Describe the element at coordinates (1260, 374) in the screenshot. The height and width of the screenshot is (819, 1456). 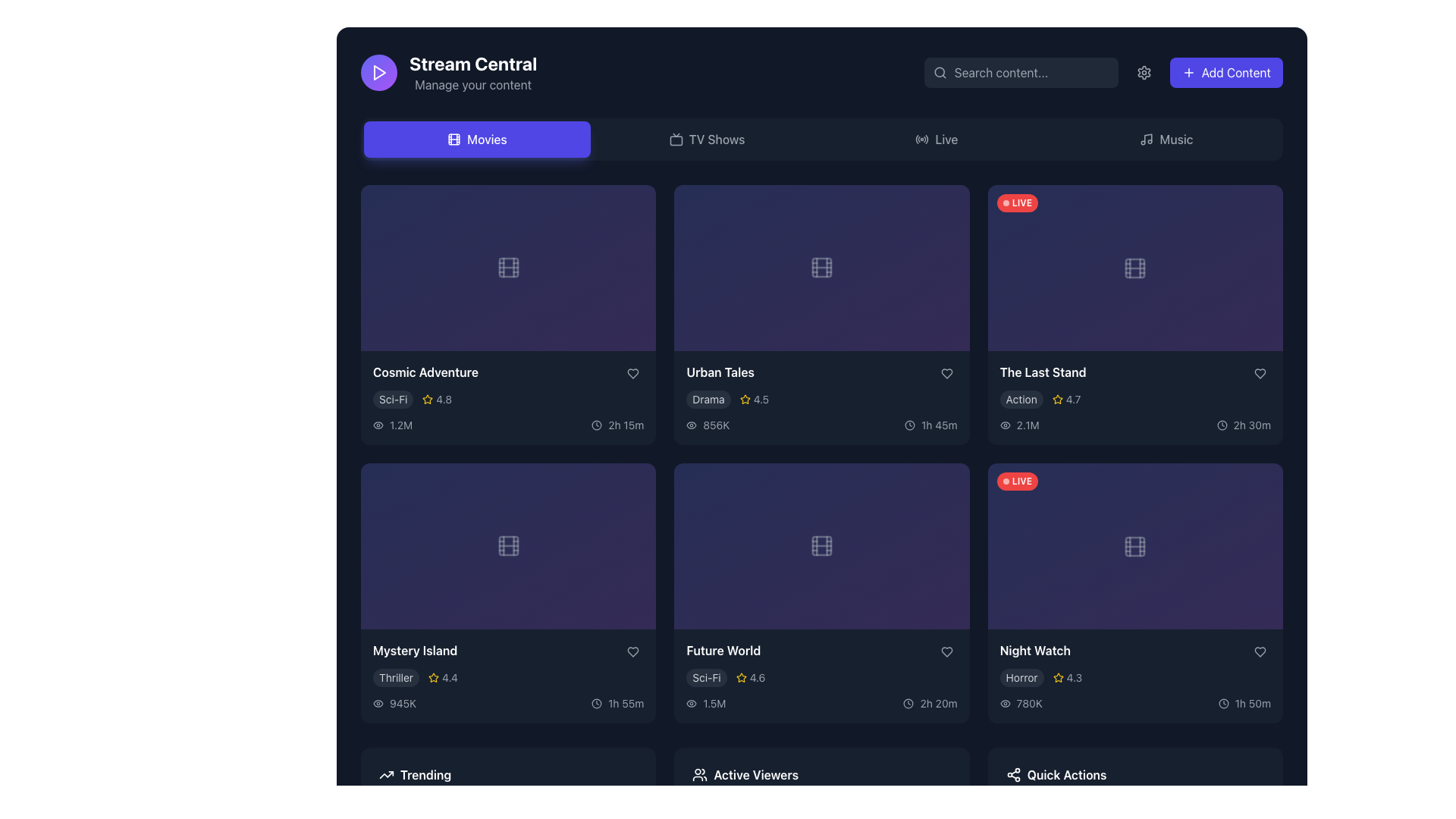
I see `the heart-shaped icon in the bottom-right corner of the movie 'The Last Stand' card` at that location.